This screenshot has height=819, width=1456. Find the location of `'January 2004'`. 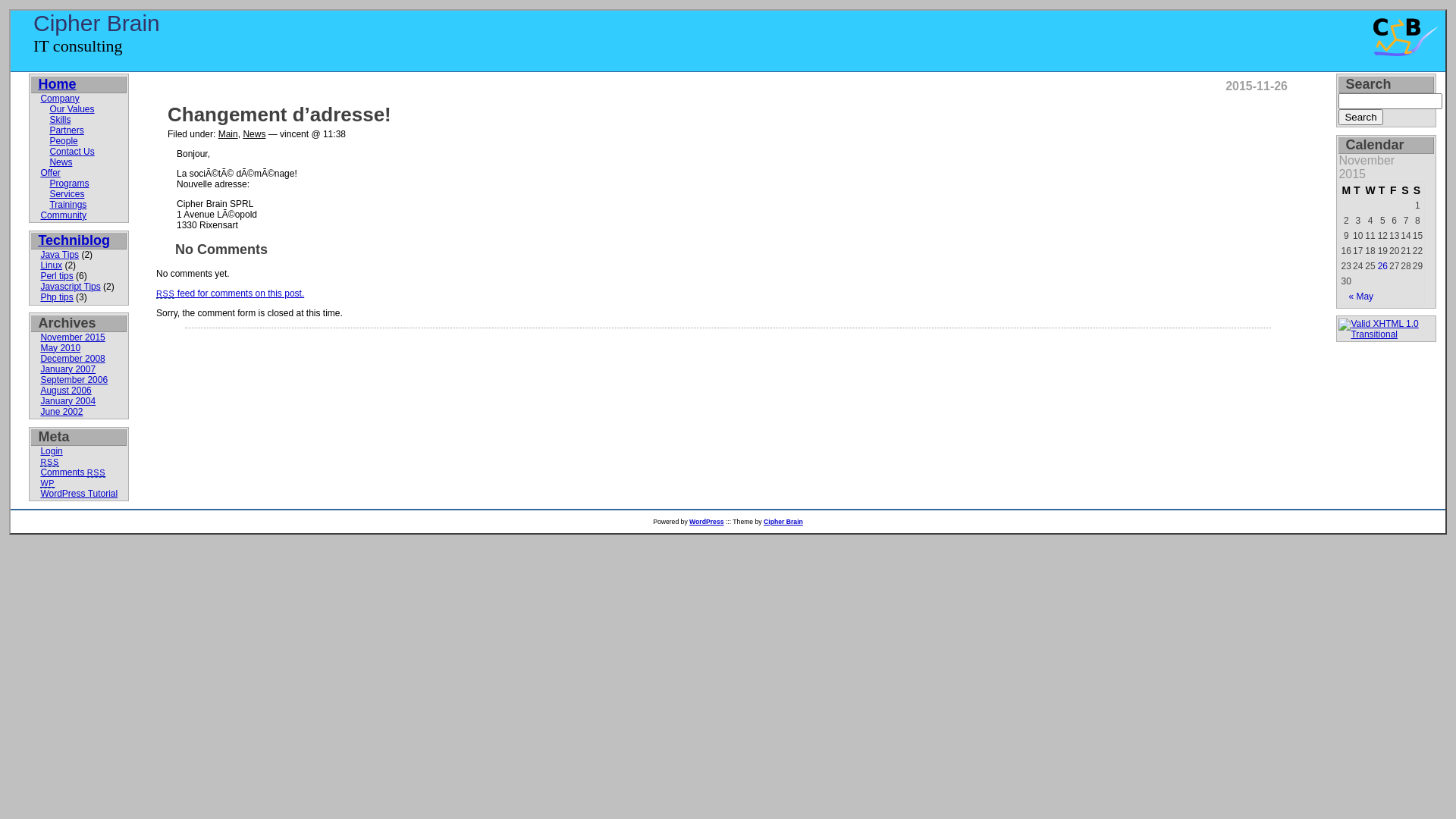

'January 2004' is located at coordinates (67, 400).